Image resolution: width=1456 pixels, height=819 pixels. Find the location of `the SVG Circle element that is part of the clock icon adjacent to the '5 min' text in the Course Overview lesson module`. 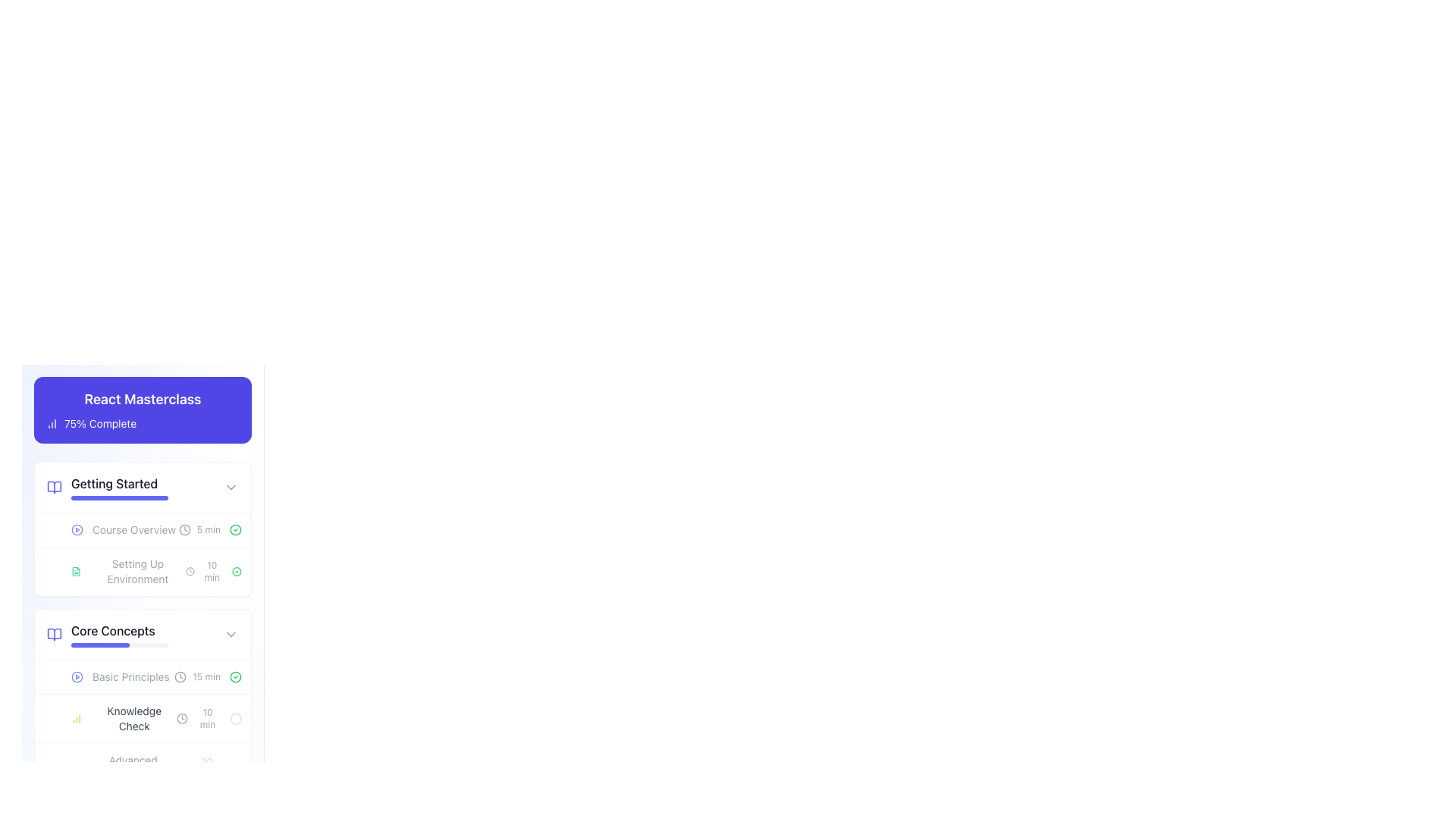

the SVG Circle element that is part of the clock icon adjacent to the '5 min' text in the Course Overview lesson module is located at coordinates (184, 529).